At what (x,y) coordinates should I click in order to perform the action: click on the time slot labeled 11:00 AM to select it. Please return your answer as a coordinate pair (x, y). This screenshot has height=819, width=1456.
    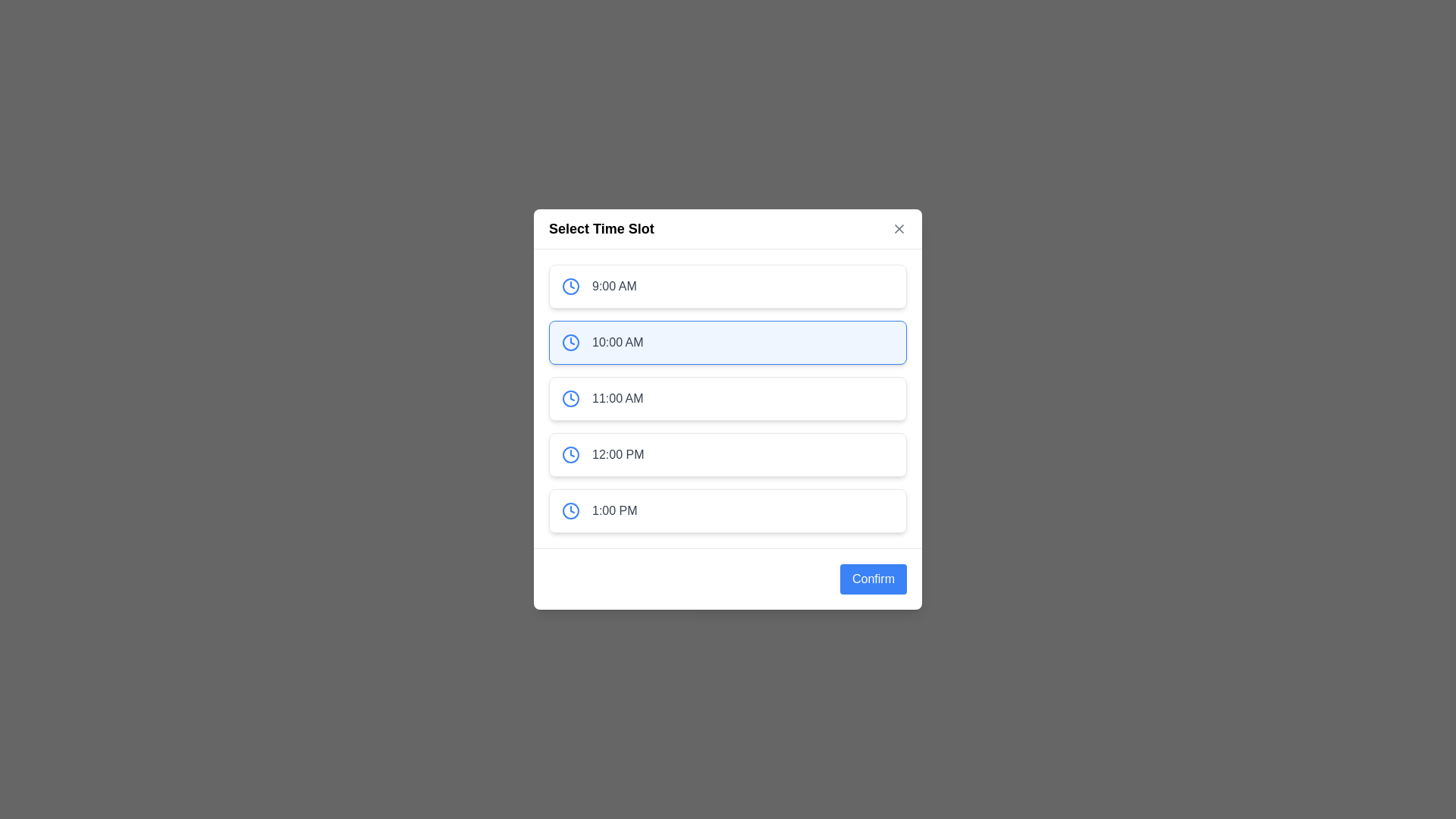
    Looking at the image, I should click on (728, 397).